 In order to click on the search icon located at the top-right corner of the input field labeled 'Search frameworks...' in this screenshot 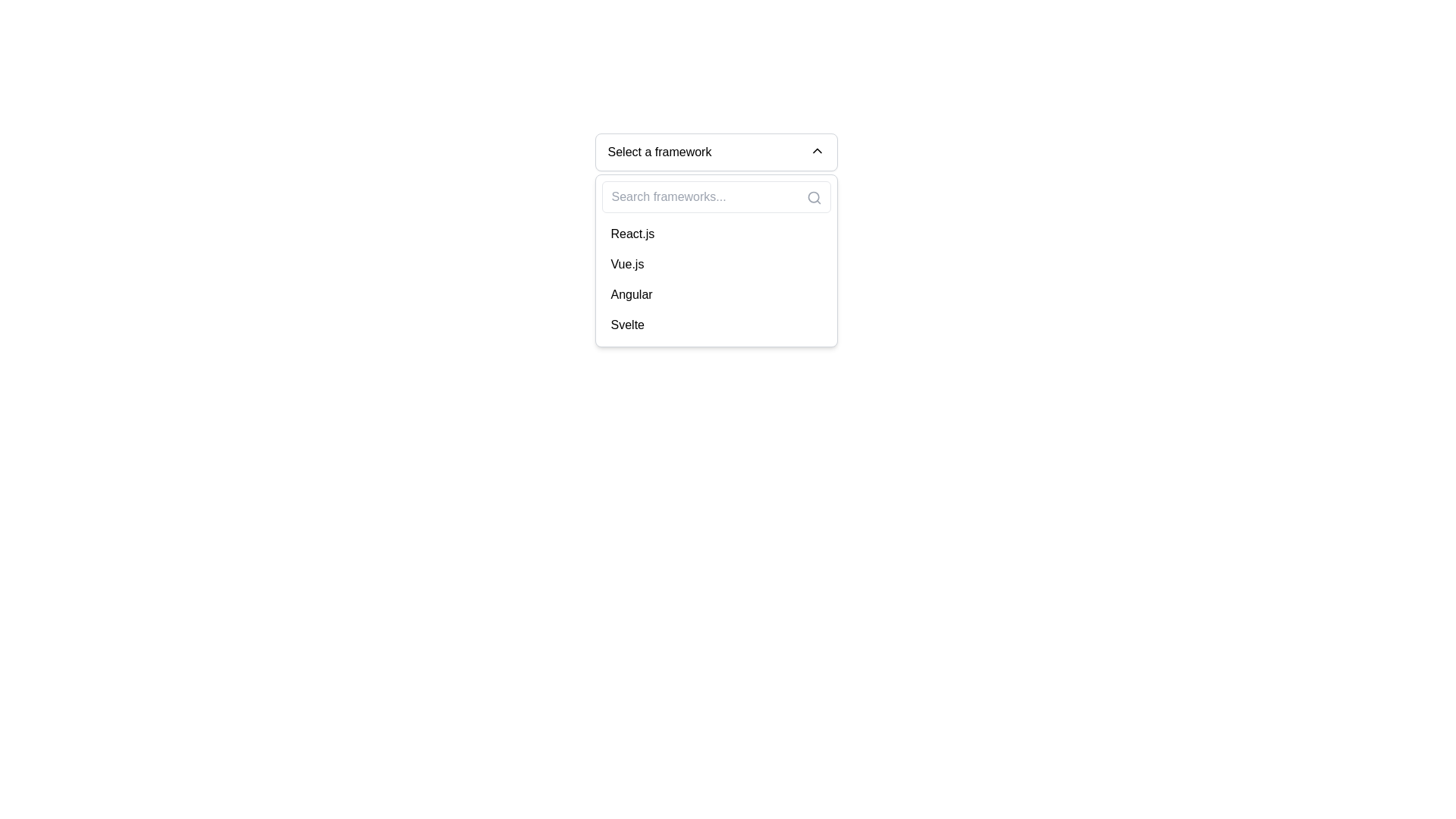, I will do `click(813, 197)`.